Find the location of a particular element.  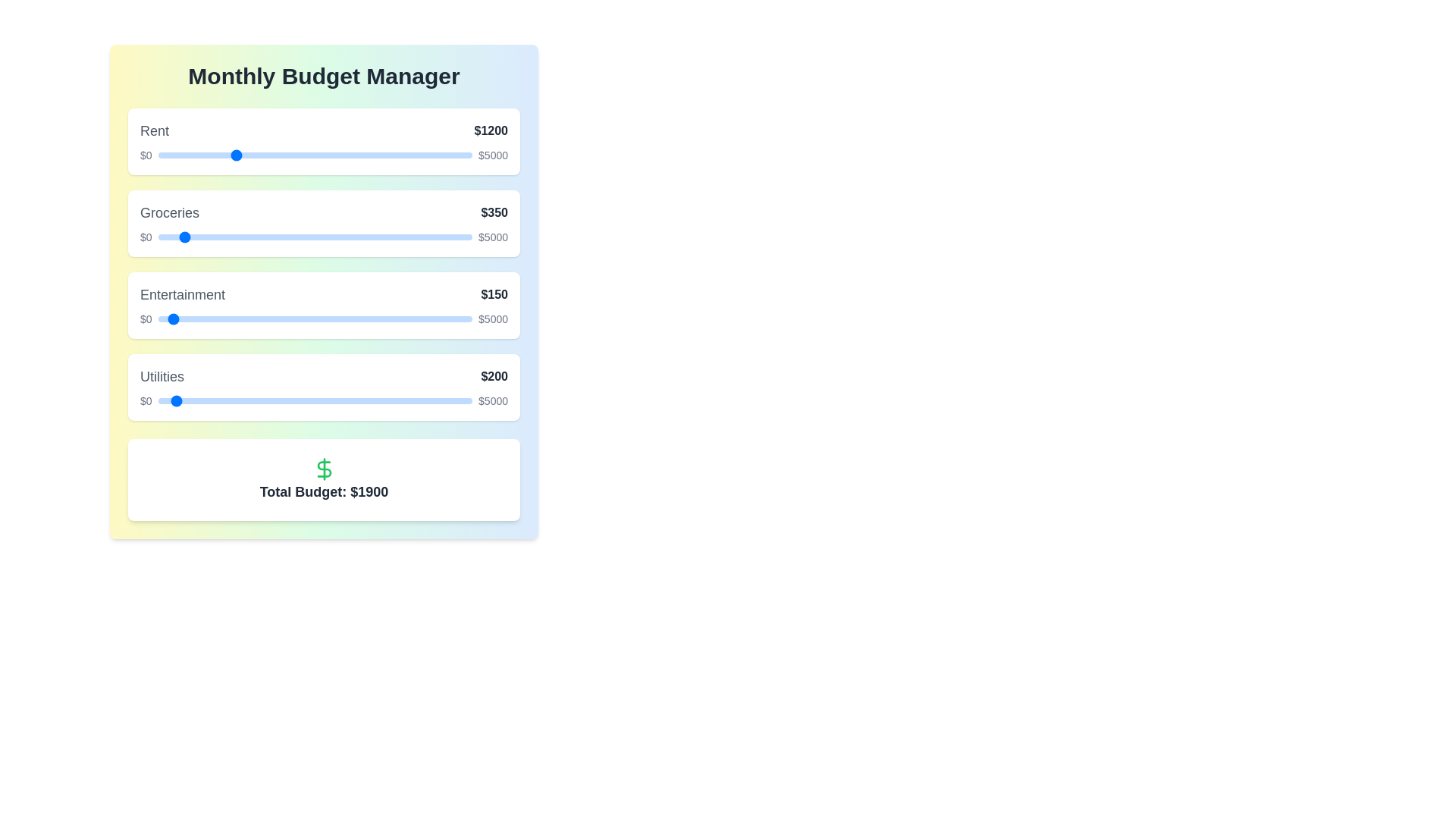

the Entertainment budget is located at coordinates (227, 318).